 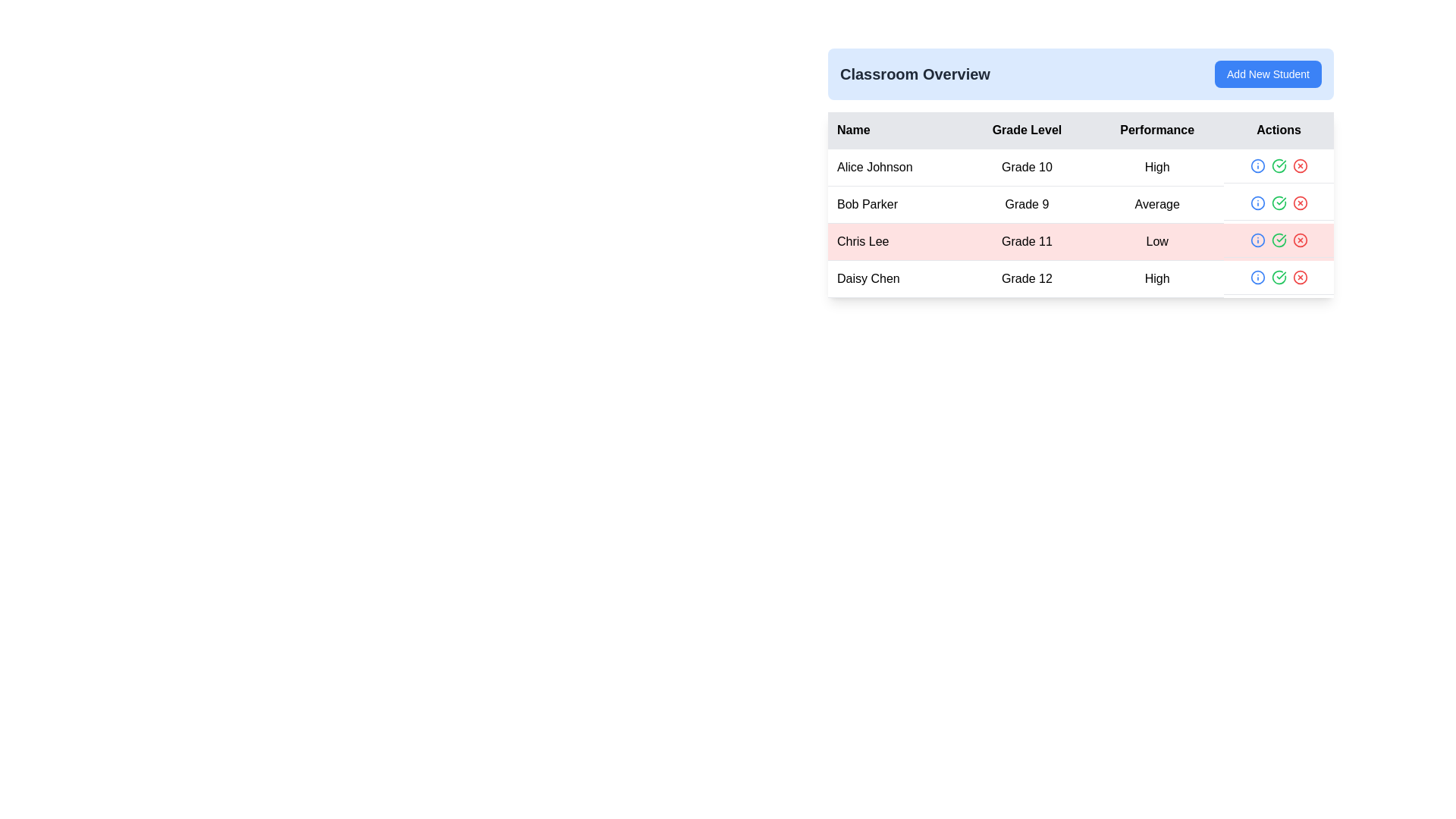 I want to click on the confirmation button, which is the second icon from the left in the actions column for the row corresponding to Bob Parker in the table, to approve or confirm the associated action, so click(x=1278, y=202).